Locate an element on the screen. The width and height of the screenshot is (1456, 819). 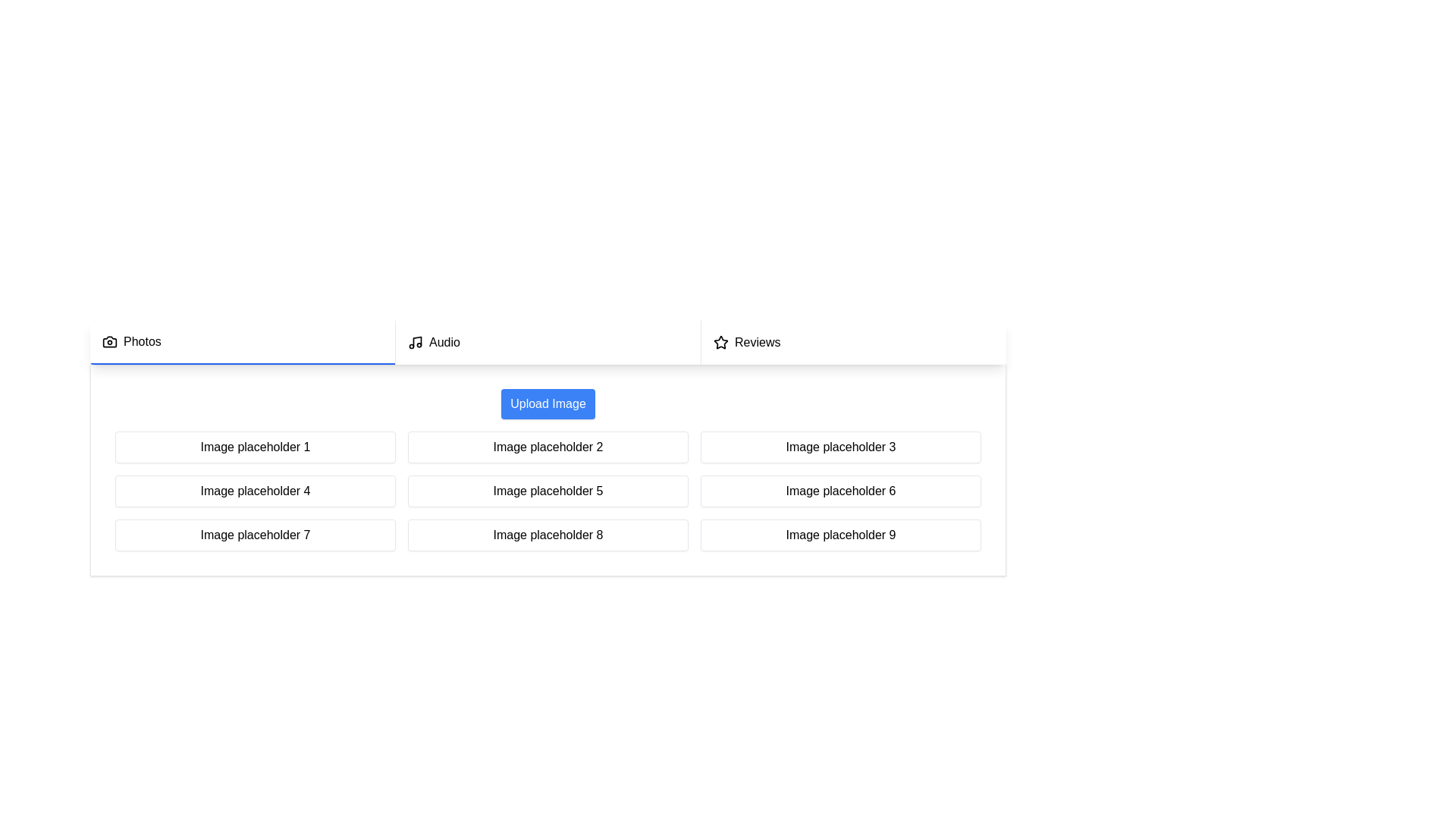
the Reviews tab in the navigation bar is located at coordinates (853, 342).